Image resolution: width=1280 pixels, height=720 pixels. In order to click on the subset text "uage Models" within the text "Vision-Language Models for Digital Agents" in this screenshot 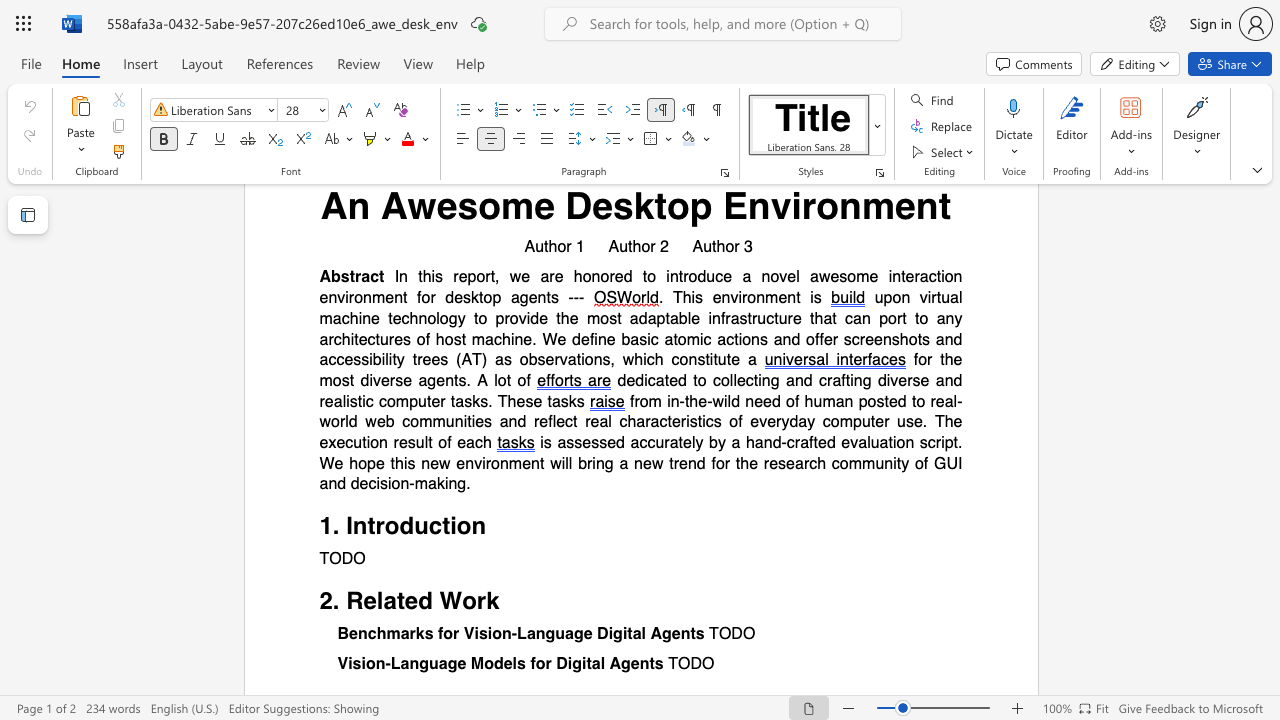, I will do `click(428, 664)`.